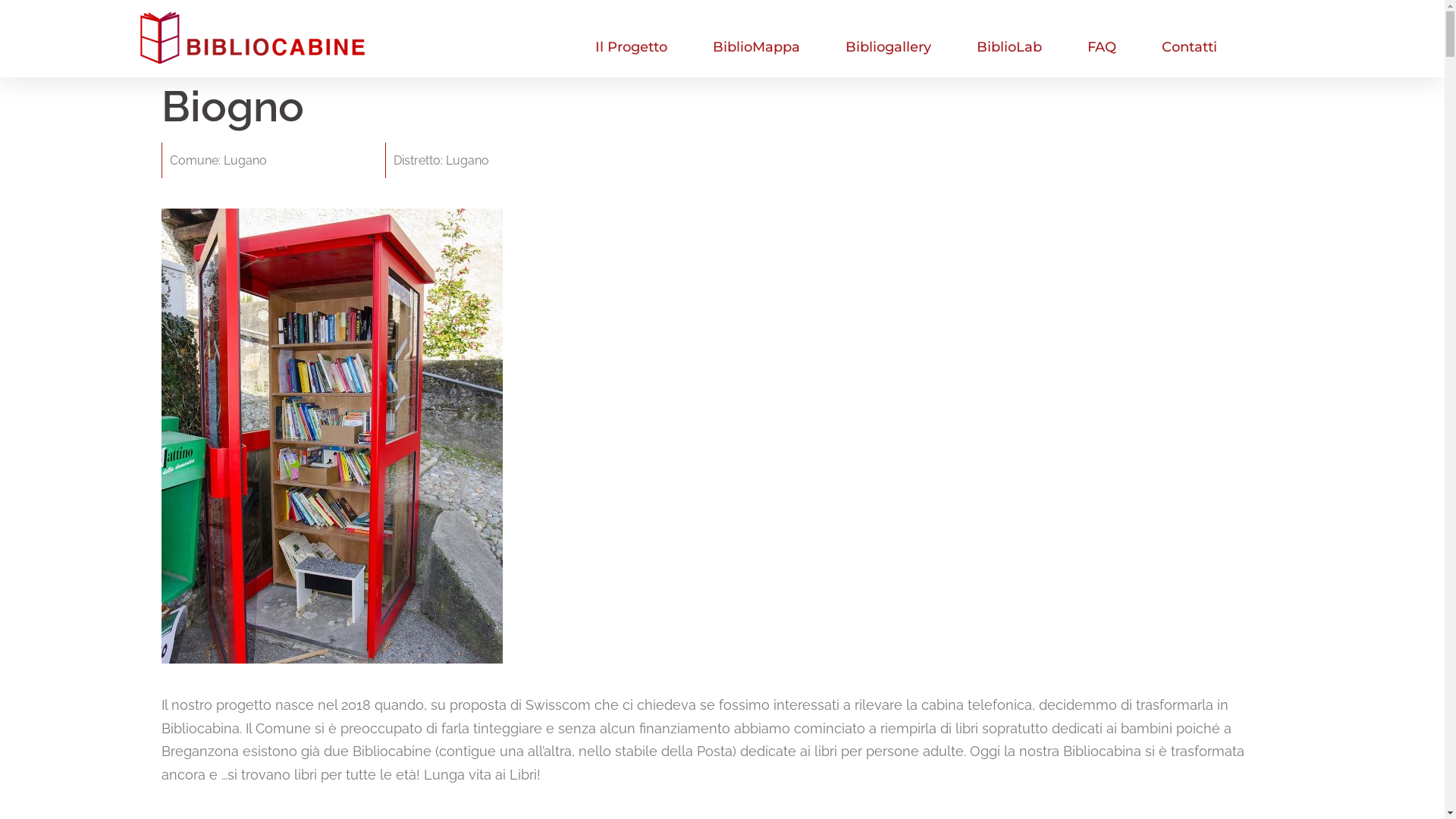 The height and width of the screenshot is (819, 1456). Describe the element at coordinates (888, 45) in the screenshot. I see `'Bibliogallery'` at that location.